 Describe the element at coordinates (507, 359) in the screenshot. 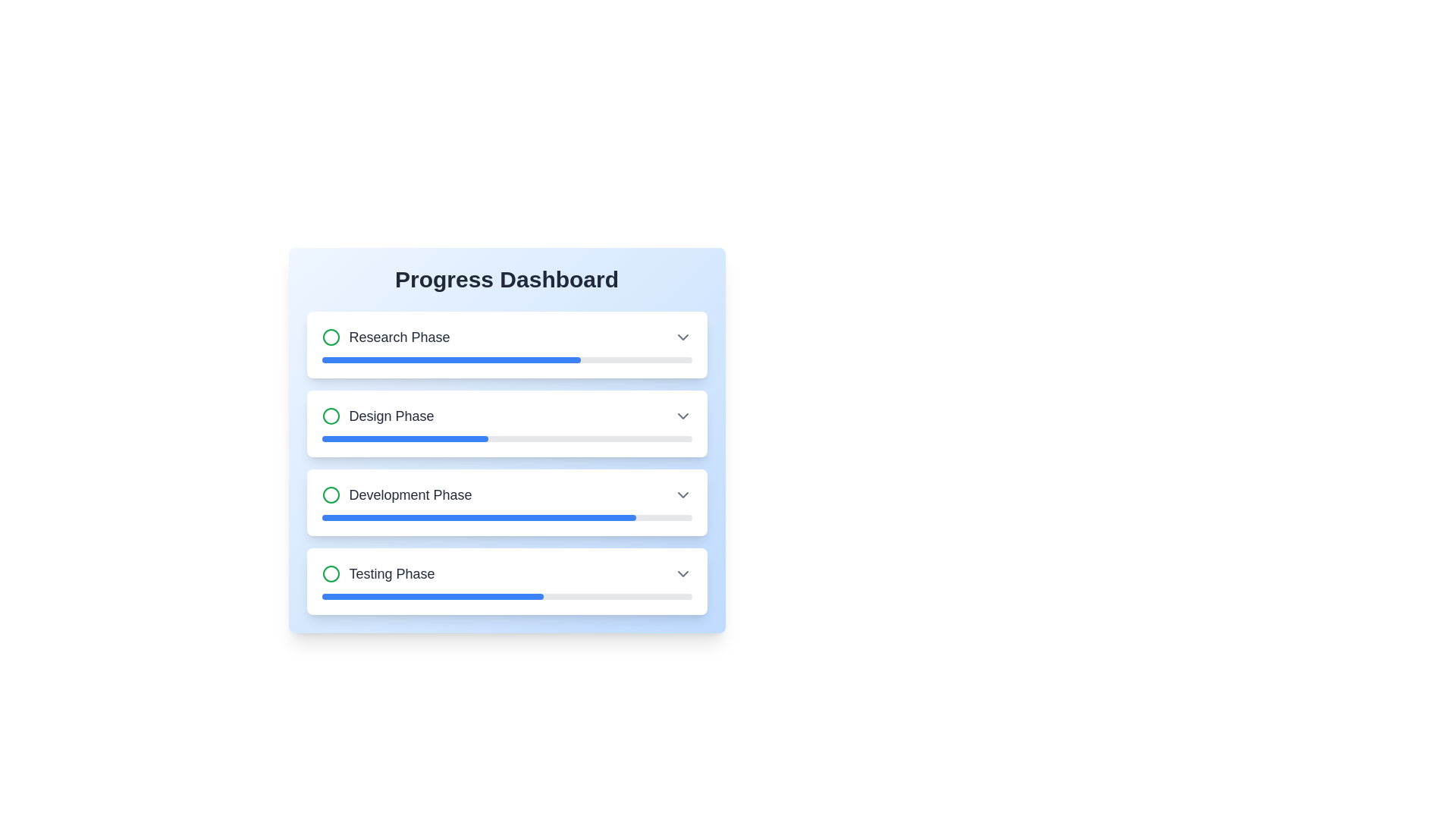

I see `the Progress Indicator that visually represents 70% completion of the 'Research Phase' task, located in the topmost section of the 'Progress Dashboard' interface` at that location.